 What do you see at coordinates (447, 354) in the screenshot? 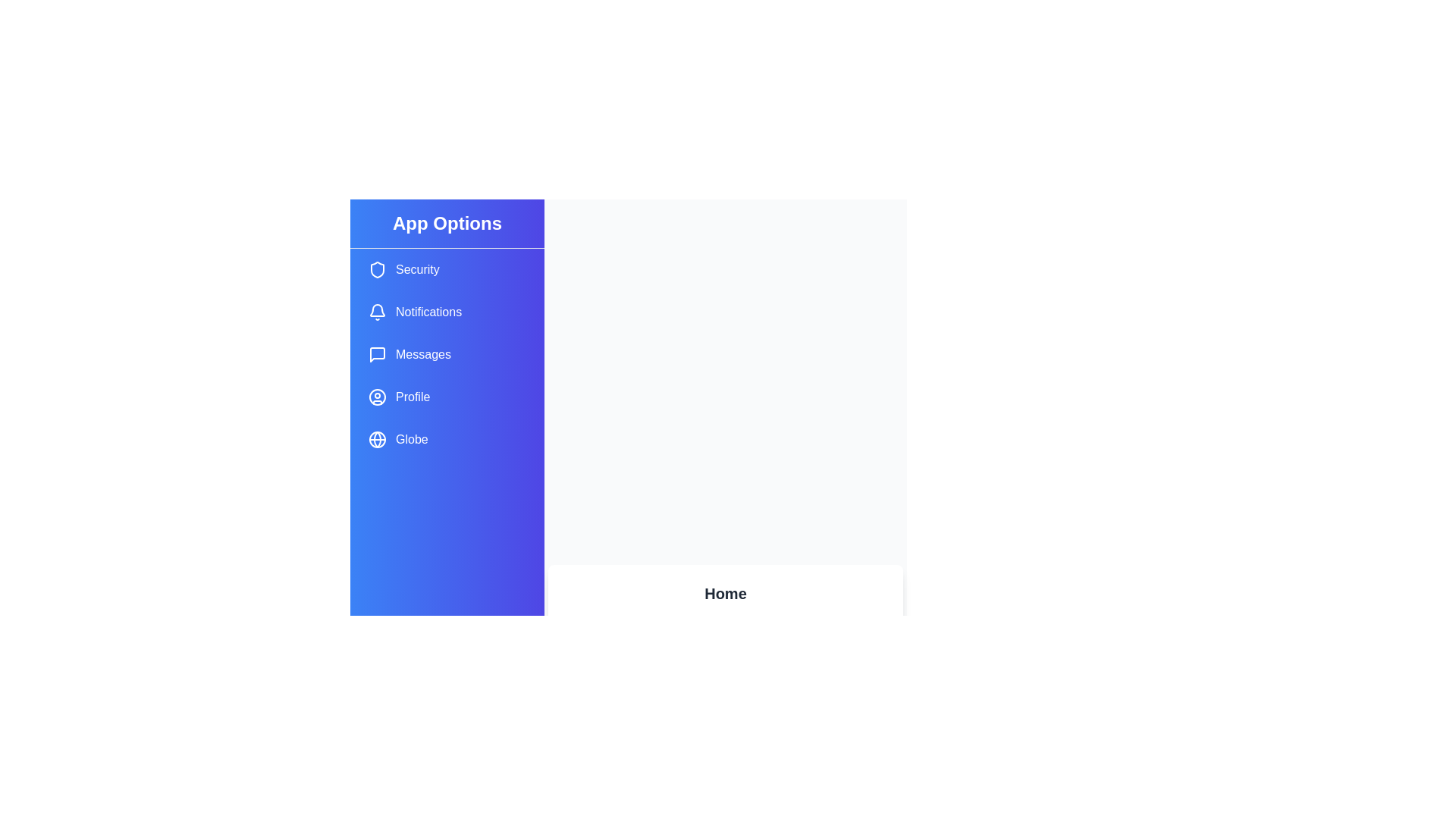
I see `the sidebar item corresponding to Messages` at bounding box center [447, 354].